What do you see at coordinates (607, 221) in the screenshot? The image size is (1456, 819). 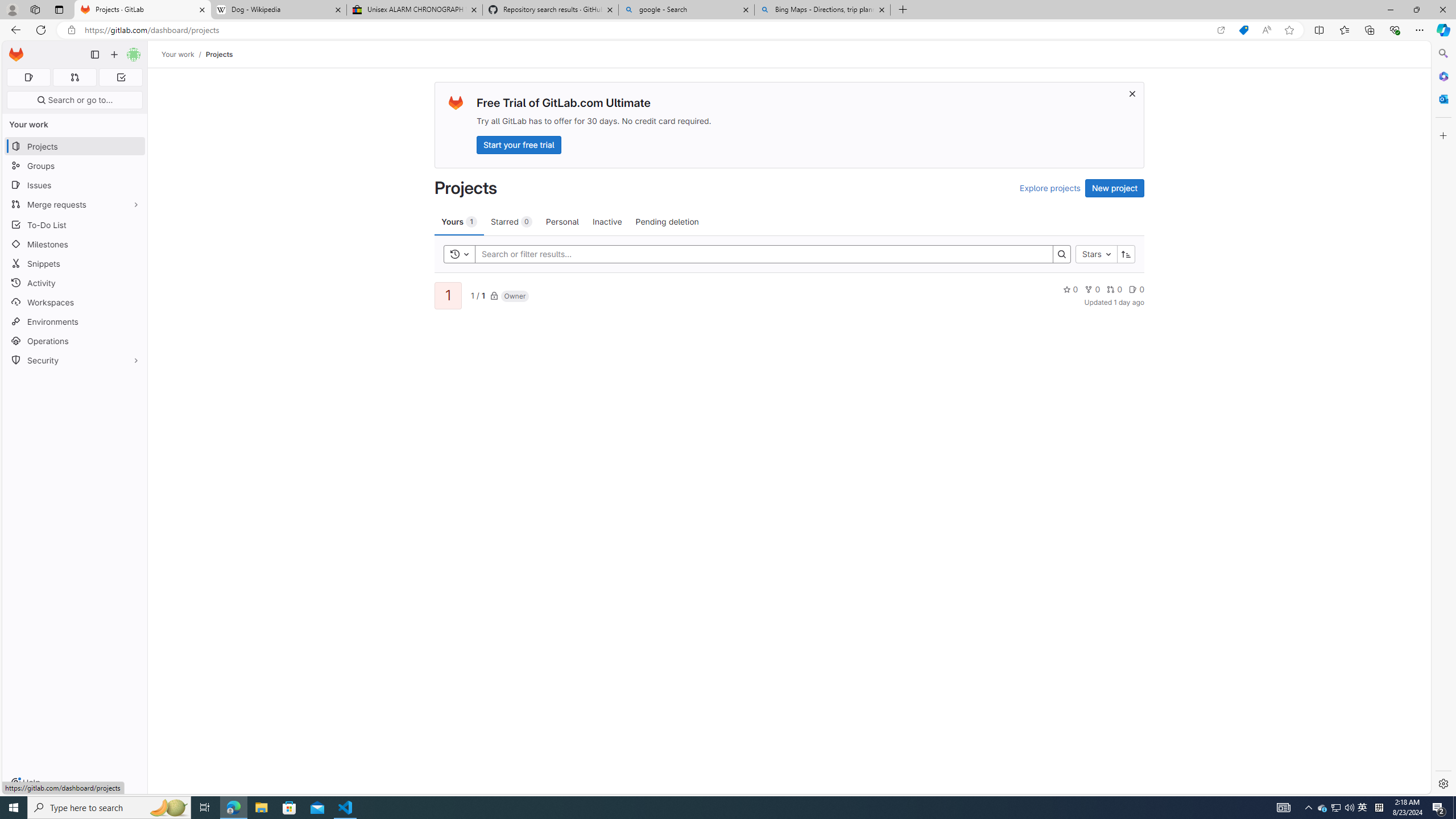 I see `'Inactive'` at bounding box center [607, 221].